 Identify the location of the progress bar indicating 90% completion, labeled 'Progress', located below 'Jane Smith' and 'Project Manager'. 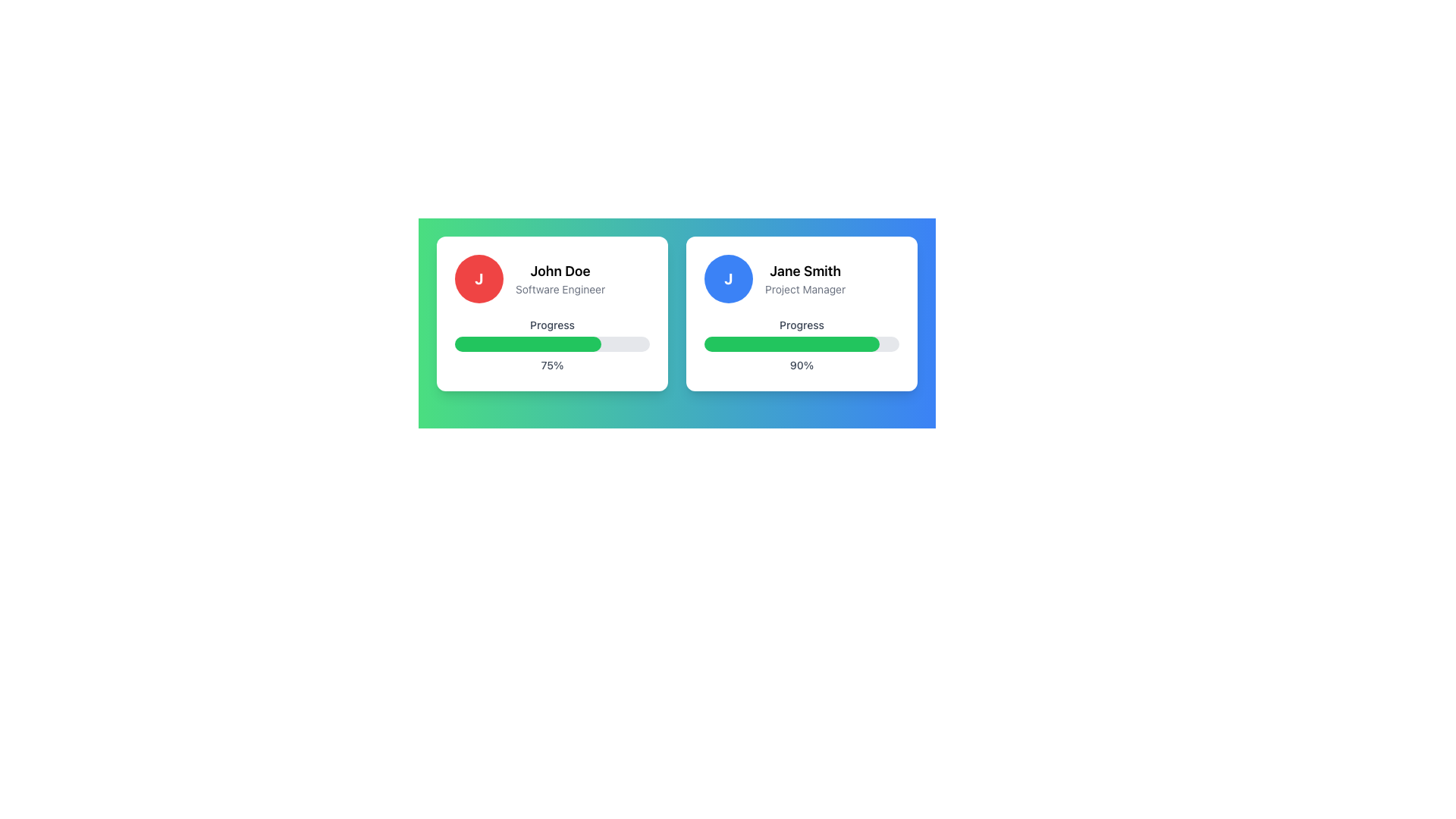
(801, 344).